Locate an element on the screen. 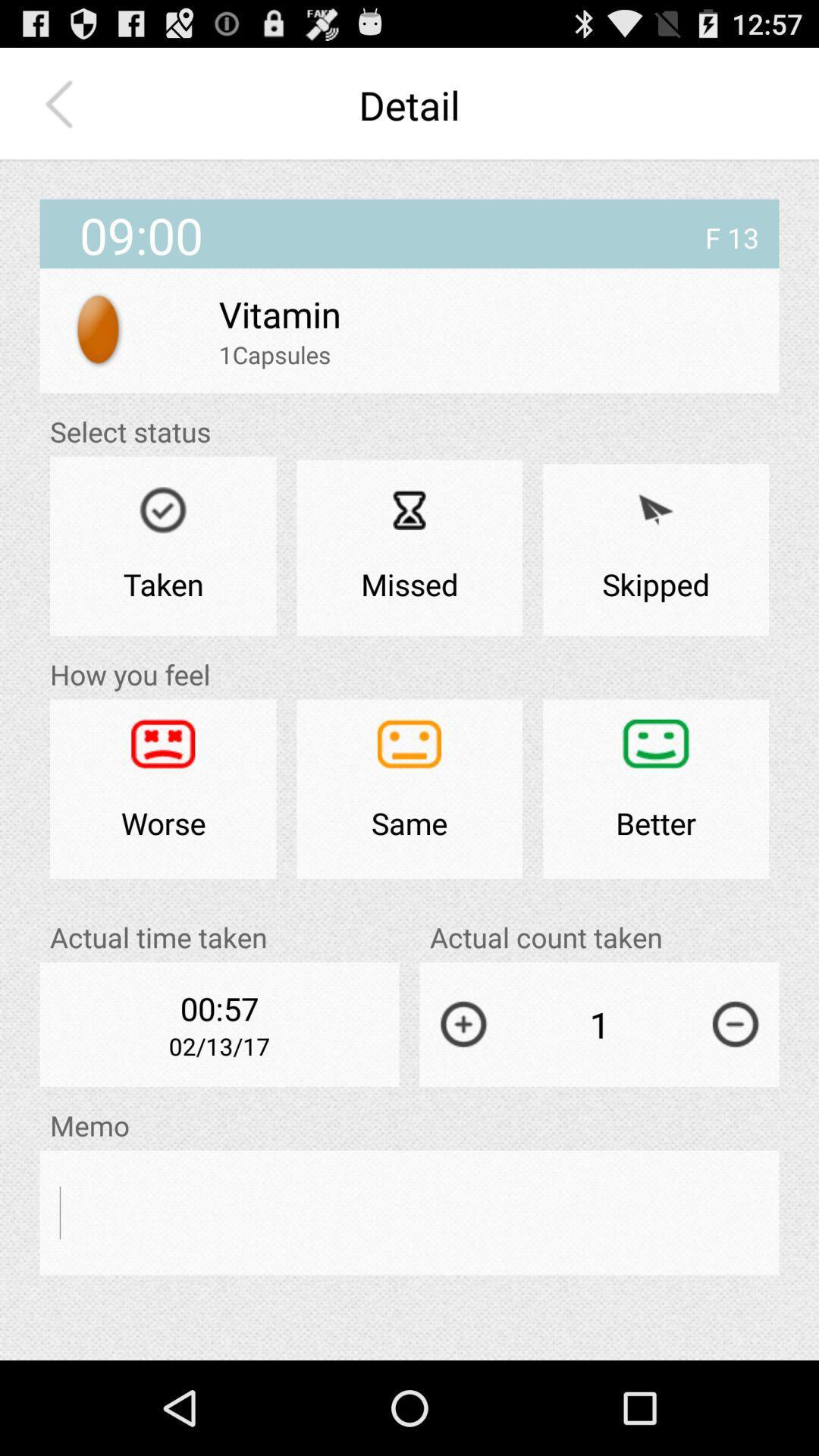 The image size is (819, 1456). the item below the how you feel icon is located at coordinates (163, 789).